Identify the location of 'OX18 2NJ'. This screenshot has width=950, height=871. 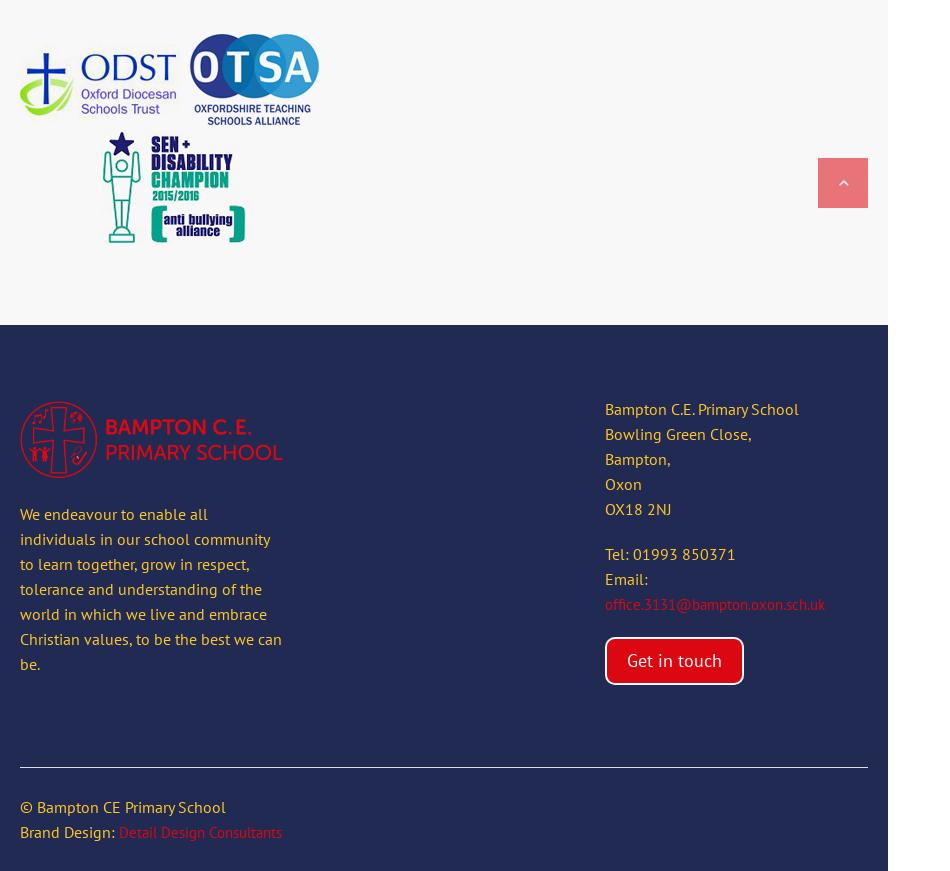
(637, 509).